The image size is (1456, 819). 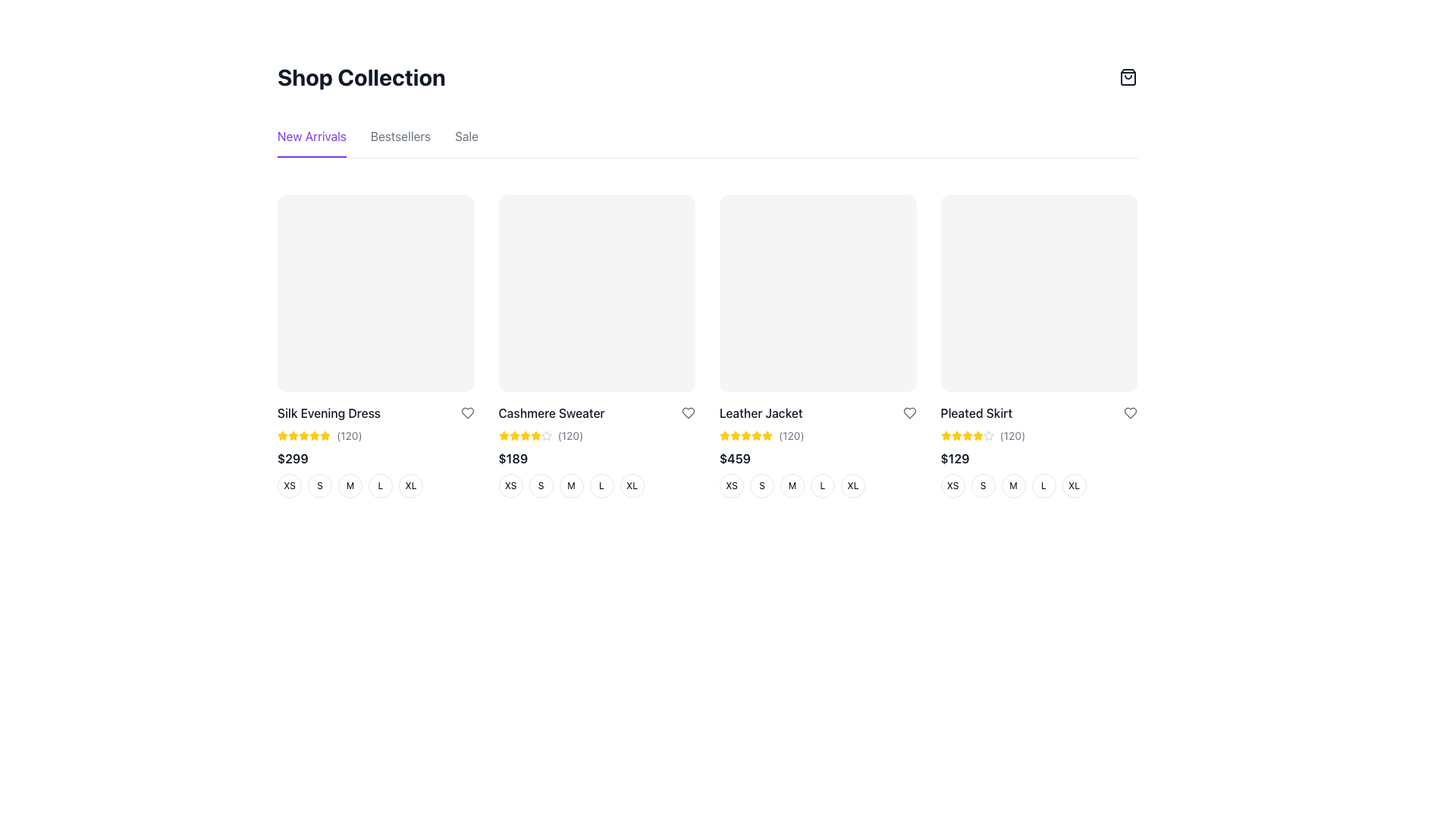 What do you see at coordinates (706, 143) in the screenshot?
I see `the 'New Arrivals' tab in the Tab group` at bounding box center [706, 143].